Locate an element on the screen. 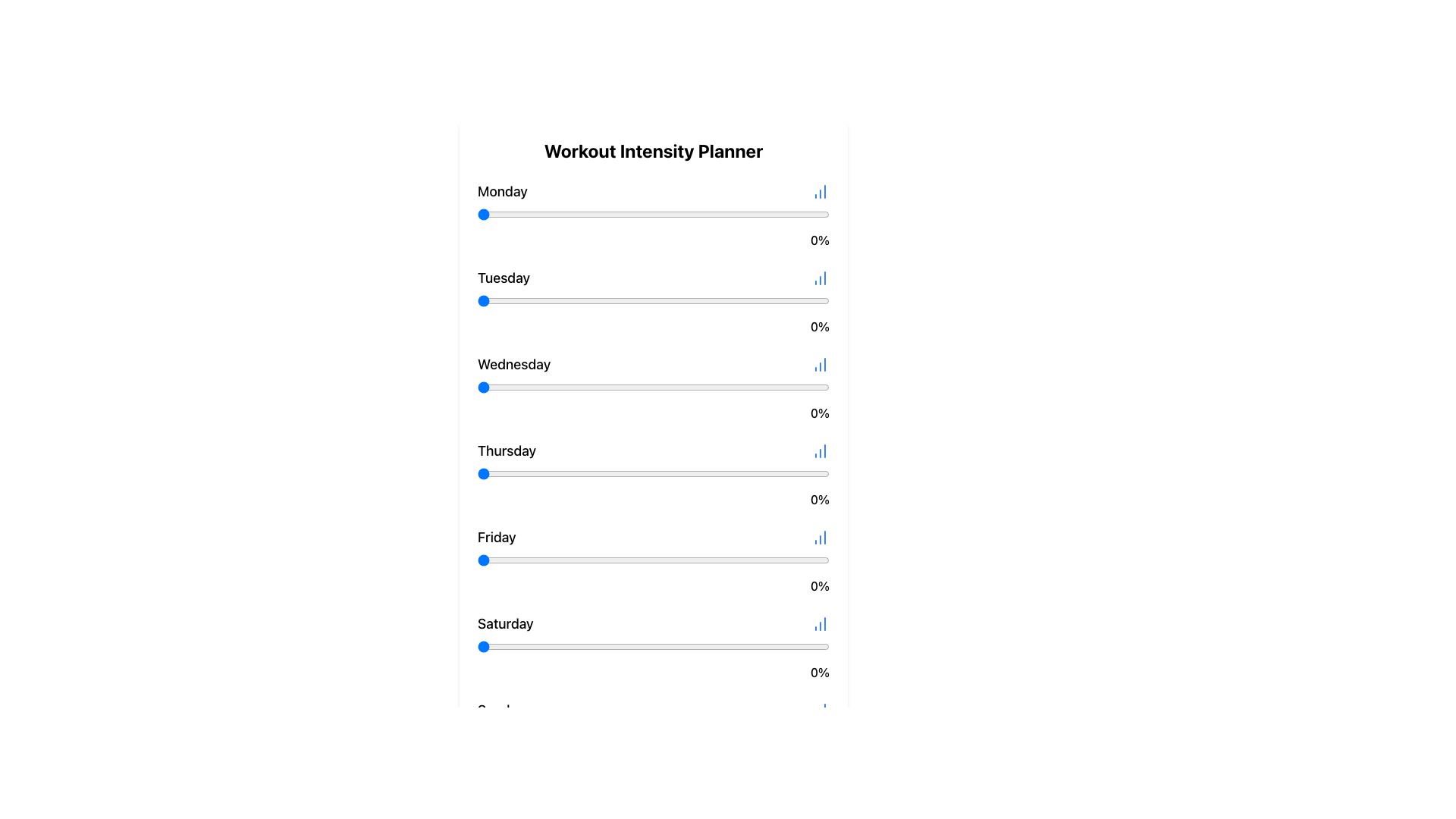 This screenshot has width=1456, height=819. the intensity for Tuesday is located at coordinates (821, 301).